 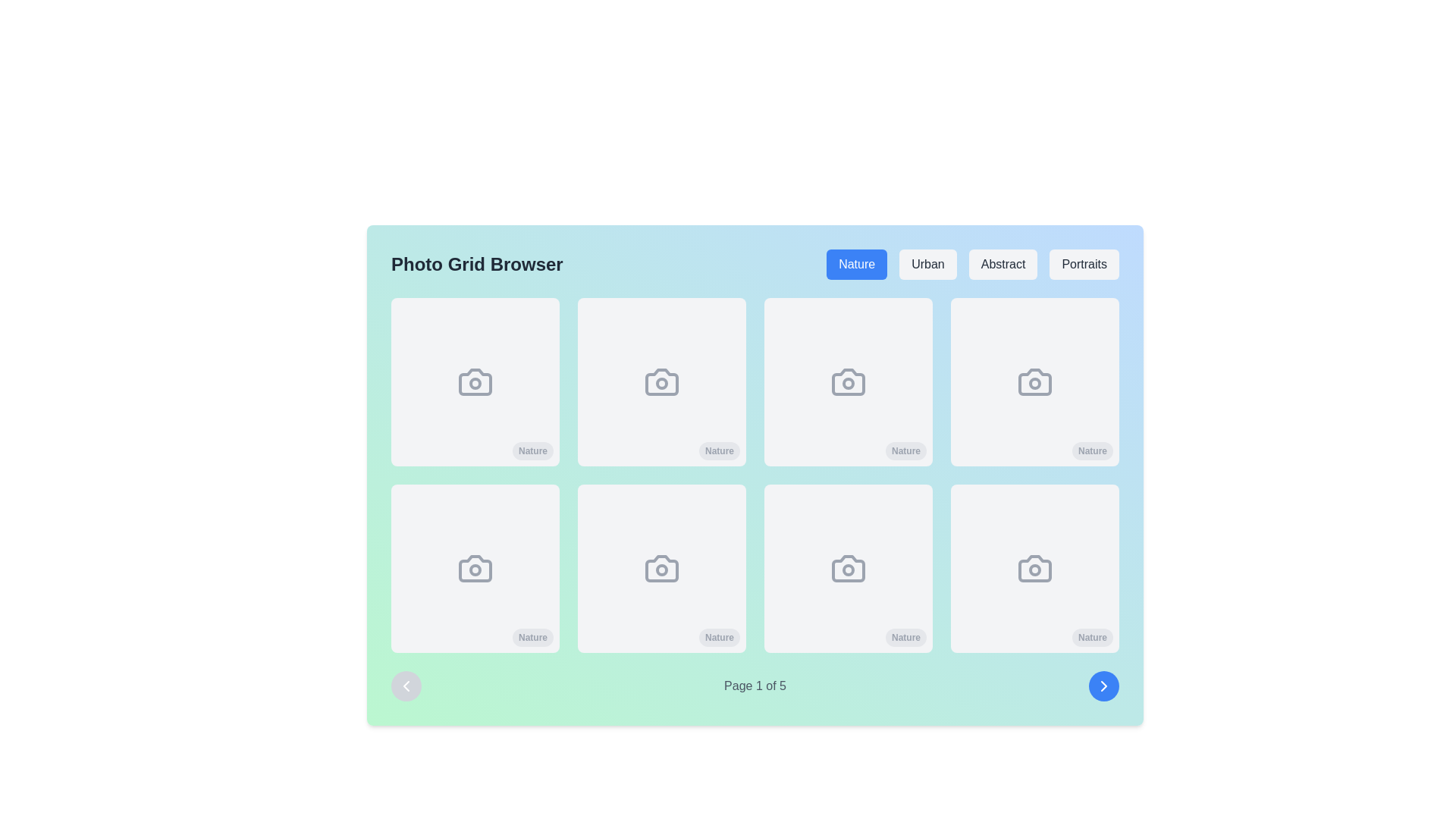 What do you see at coordinates (662, 381) in the screenshot?
I see `the 'Nature' icon in the grid layout to initiate an action` at bounding box center [662, 381].